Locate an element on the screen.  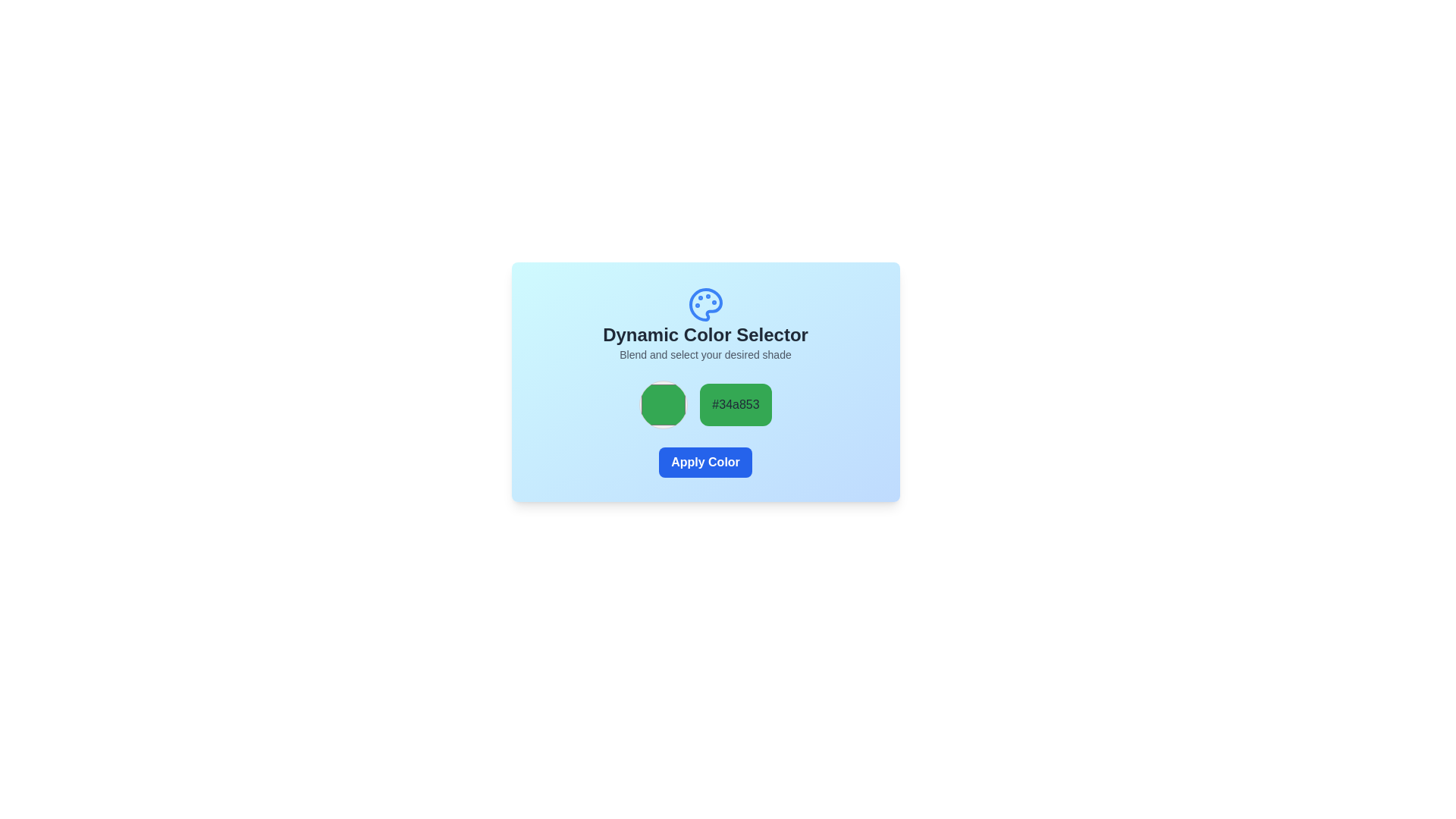
the green rectangular text-display element containing the text '#34a853', located in the 'Dynamic Color Selector' section above the 'Apply Color' button is located at coordinates (704, 403).